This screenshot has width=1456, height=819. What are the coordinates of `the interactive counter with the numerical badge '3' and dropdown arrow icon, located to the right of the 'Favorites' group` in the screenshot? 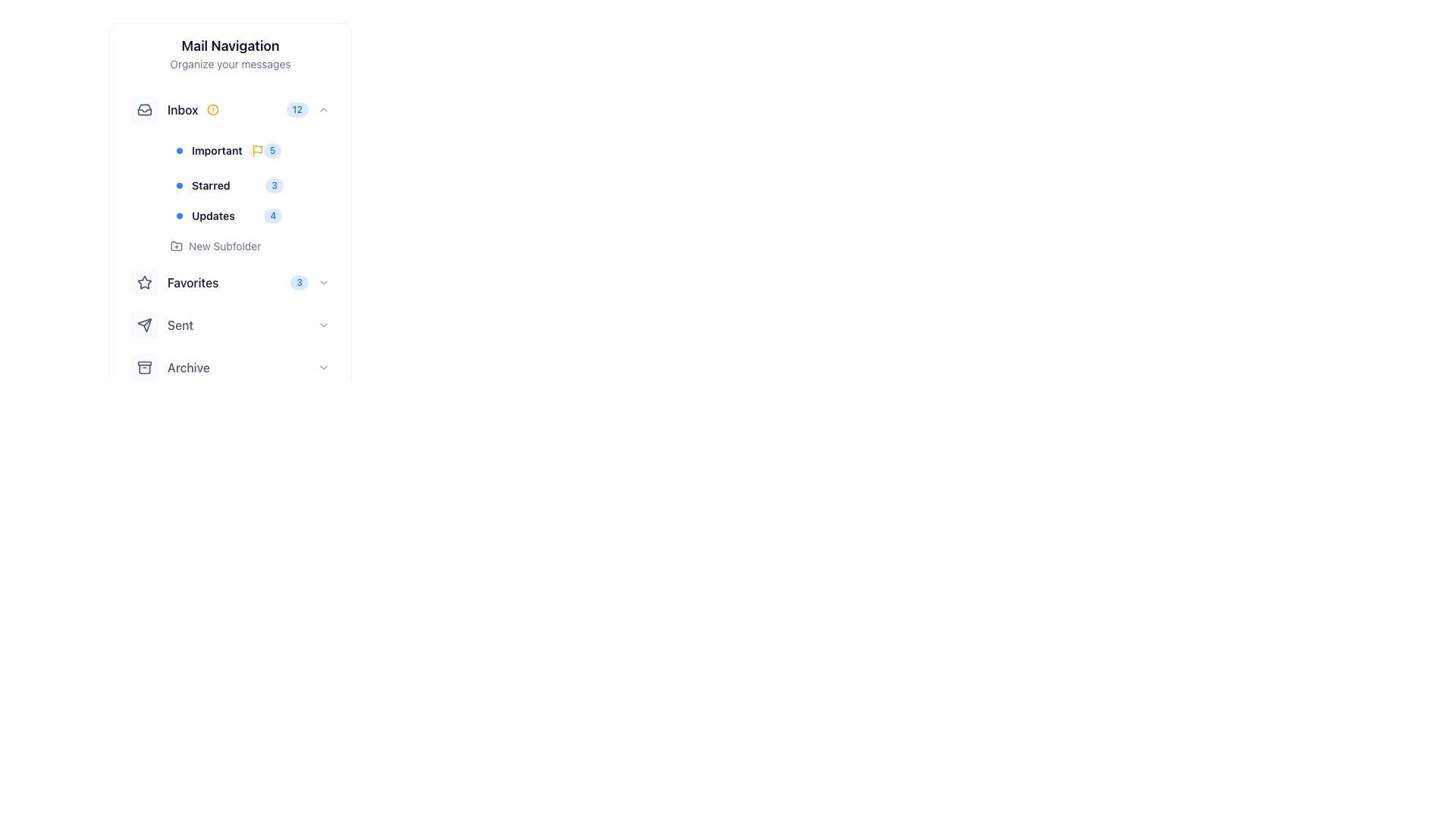 It's located at (309, 283).